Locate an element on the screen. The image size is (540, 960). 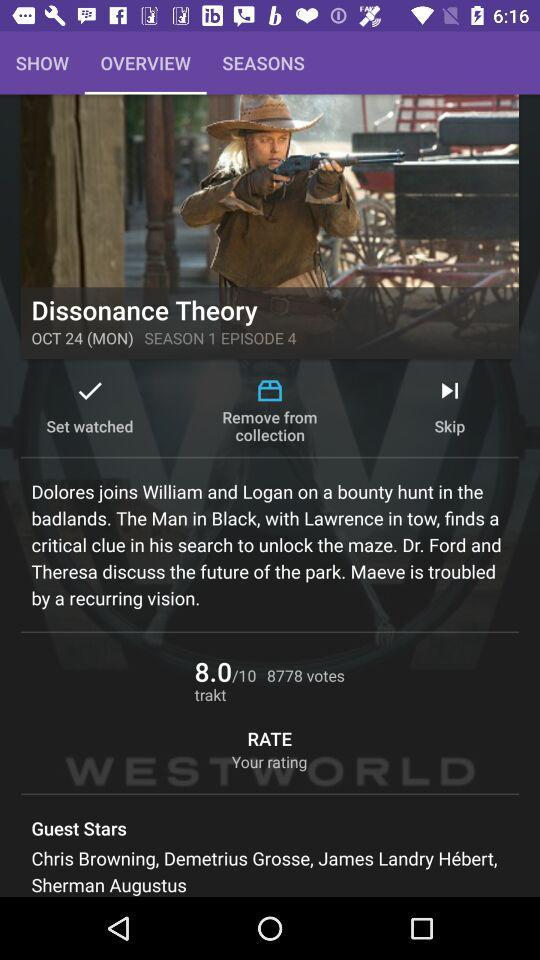
the item next to the set watched item is located at coordinates (270, 409).